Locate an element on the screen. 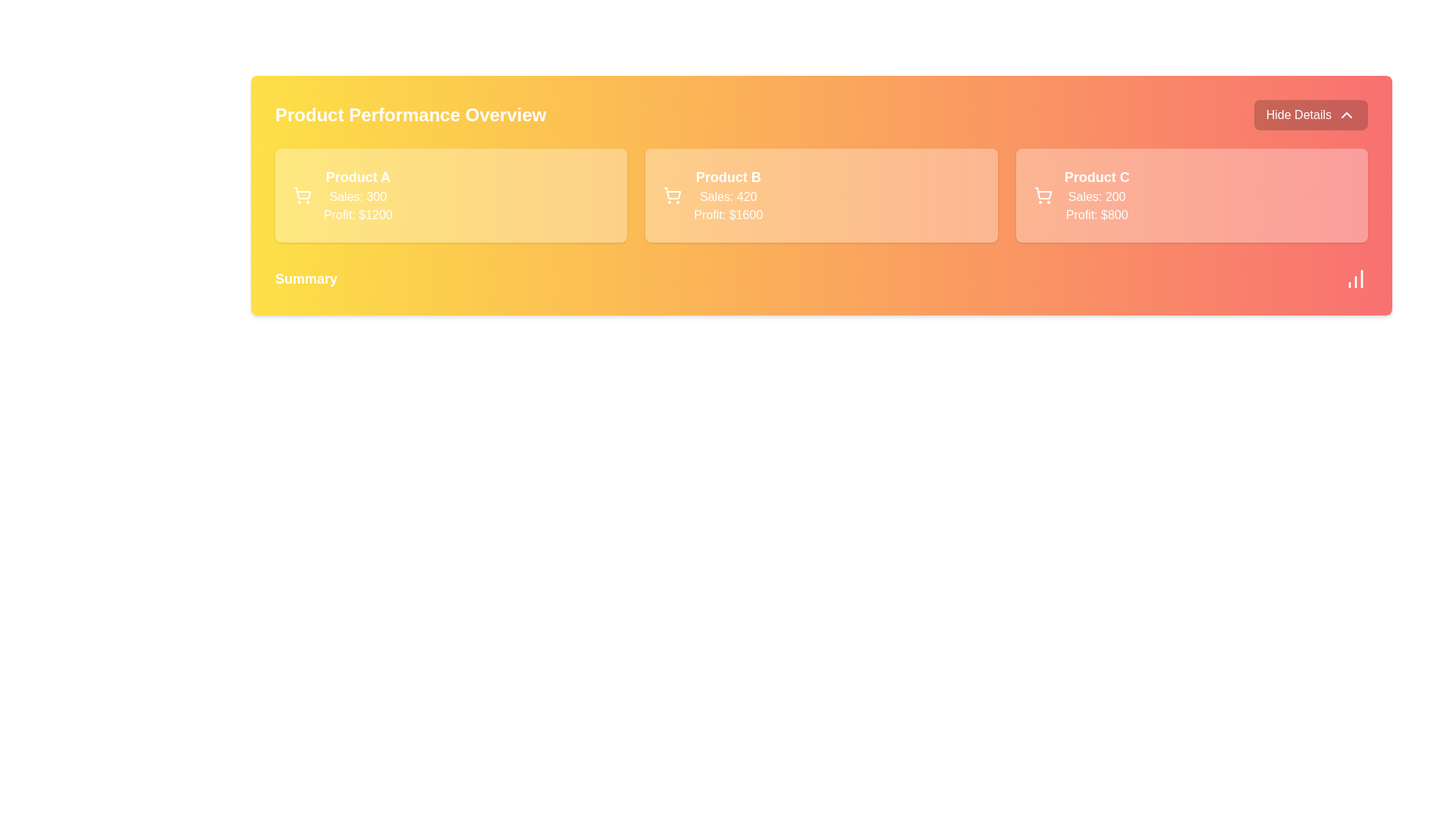 This screenshot has height=819, width=1456. the static text element displaying 'Product B' with a large bold font on a peach background, located in the center card above 'Sales: 420' and 'Profit: $1600' is located at coordinates (728, 177).